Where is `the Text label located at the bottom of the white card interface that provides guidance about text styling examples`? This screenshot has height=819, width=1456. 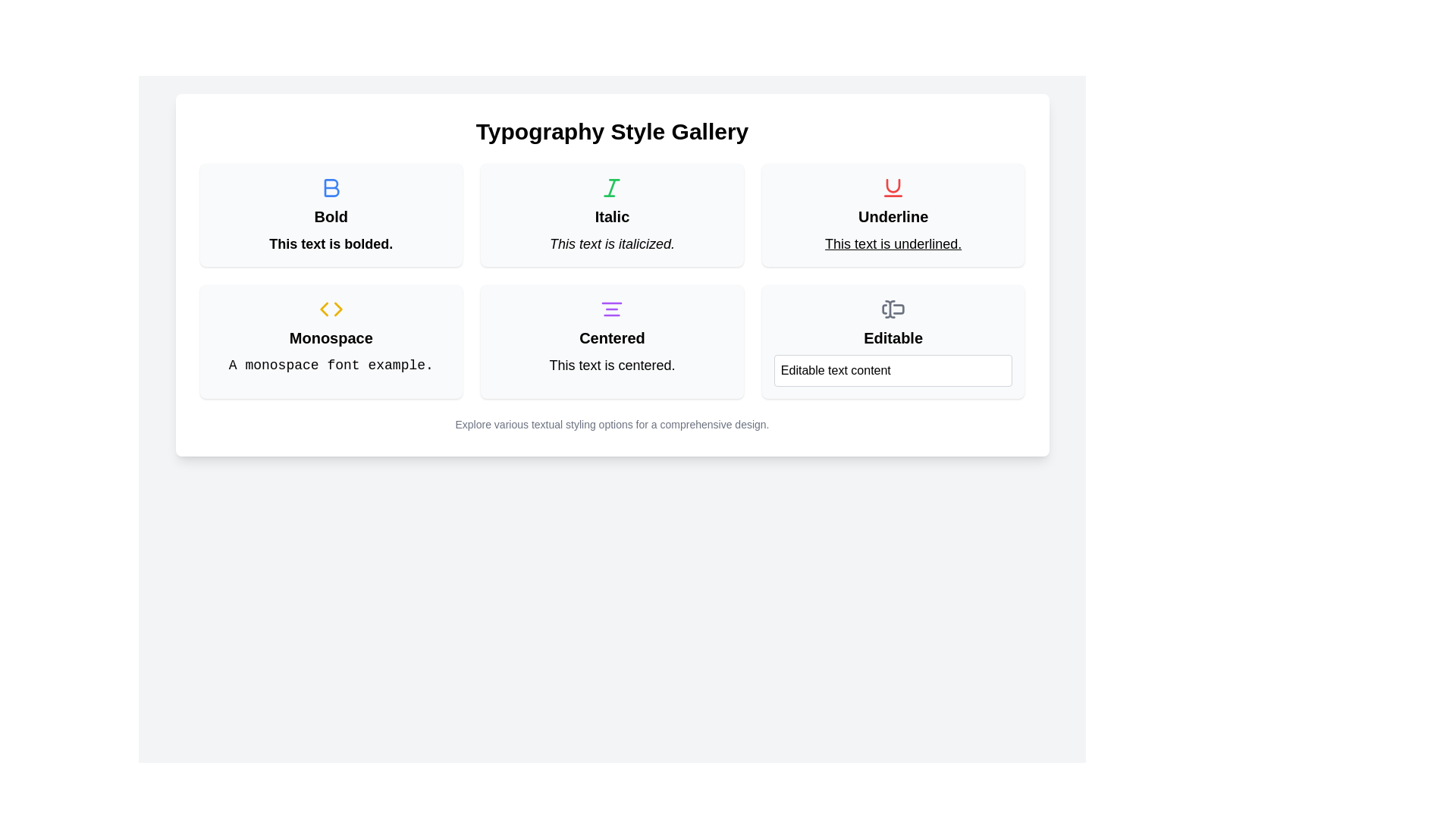 the Text label located at the bottom of the white card interface that provides guidance about text styling examples is located at coordinates (612, 424).